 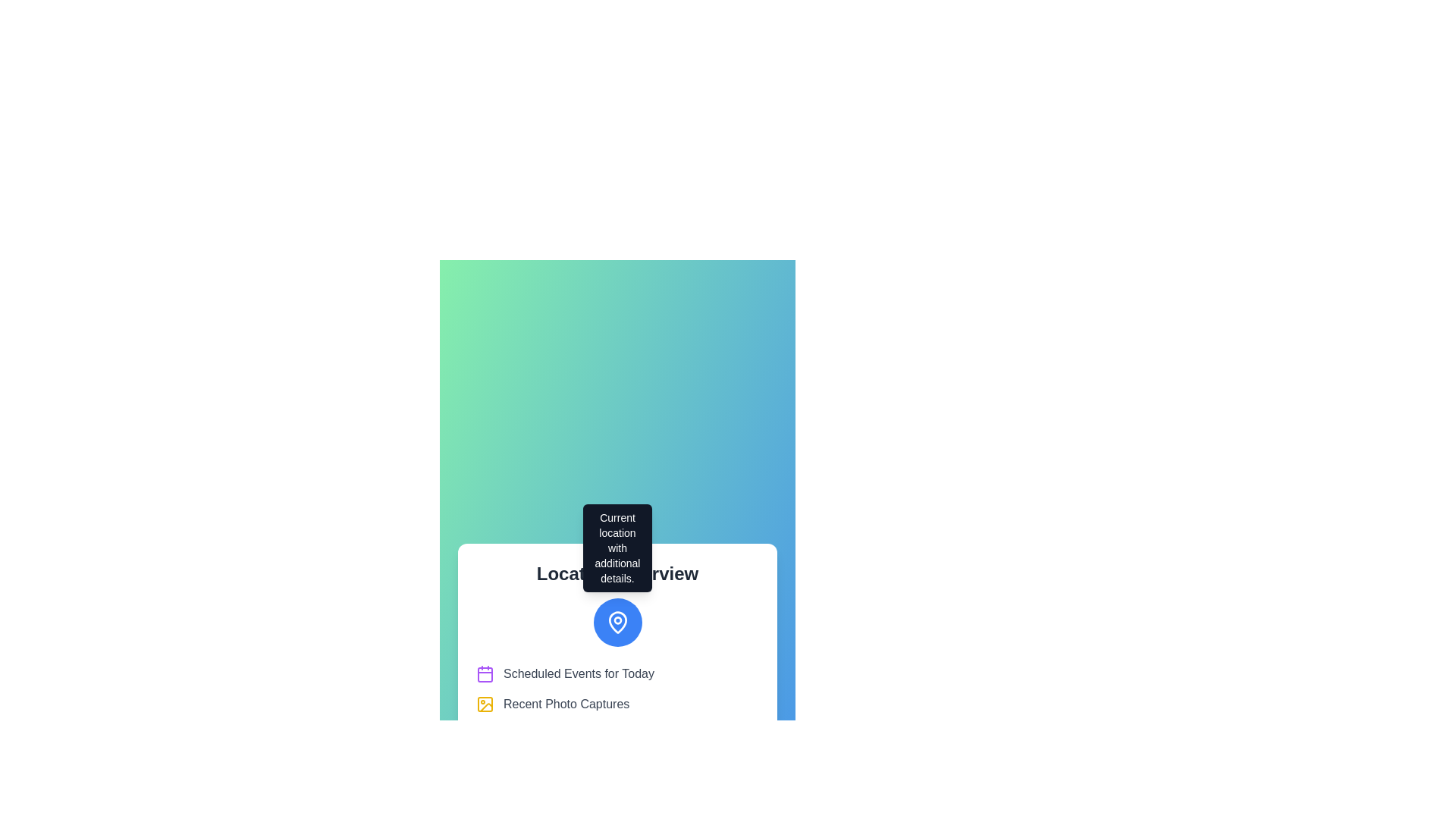 What do you see at coordinates (617, 573) in the screenshot?
I see `the 'Location Overview' text label, which is a large bold serif font in deep gray, positioned at the top of a card-like structure with rounded corners` at bounding box center [617, 573].